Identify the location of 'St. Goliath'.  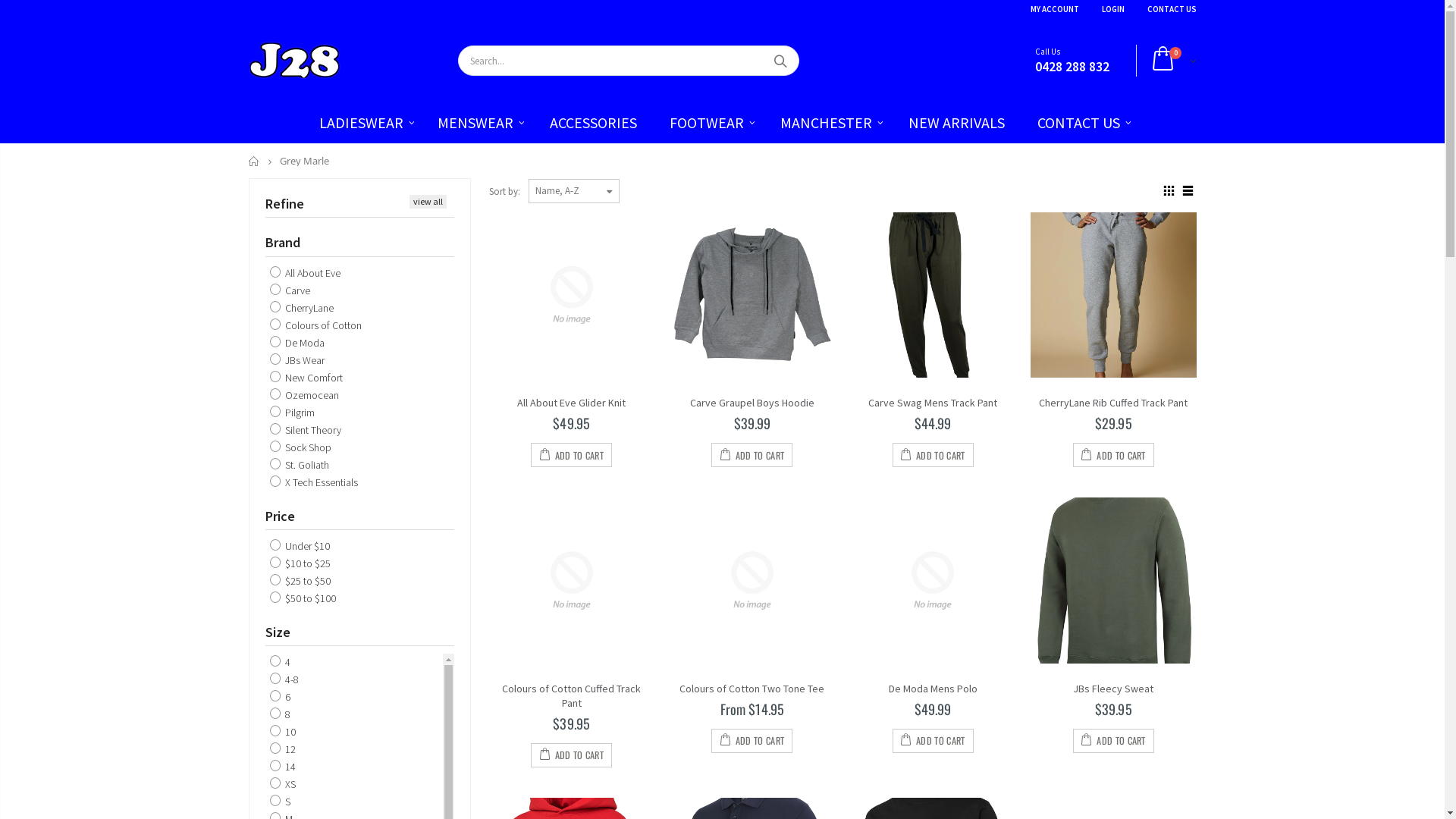
(269, 464).